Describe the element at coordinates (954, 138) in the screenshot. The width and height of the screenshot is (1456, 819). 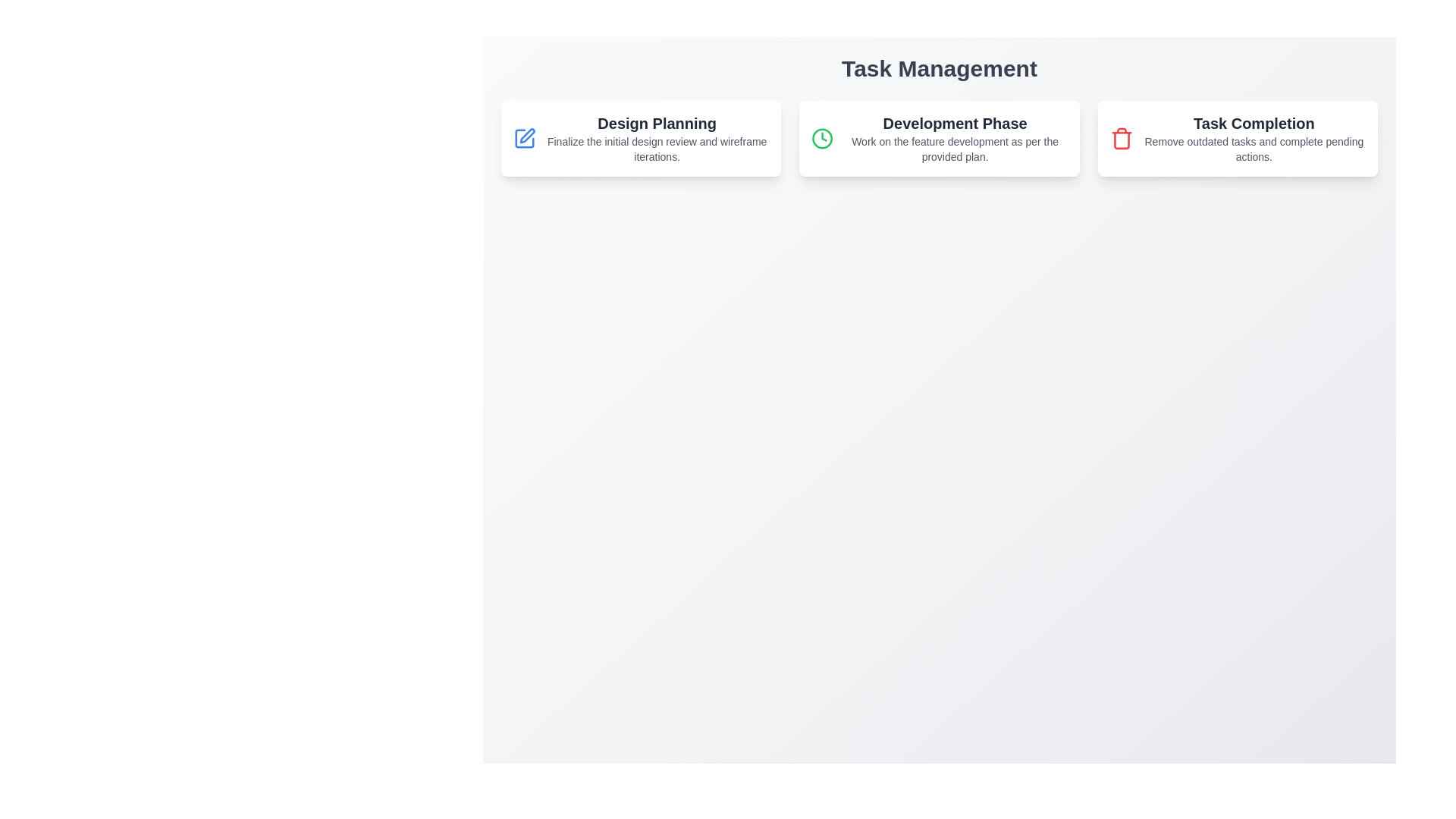
I see `the informational text block that provides details about the 'Development Phase' task, located below the green clock icon and between 'Design Planning' and 'Task Completion'` at that location.